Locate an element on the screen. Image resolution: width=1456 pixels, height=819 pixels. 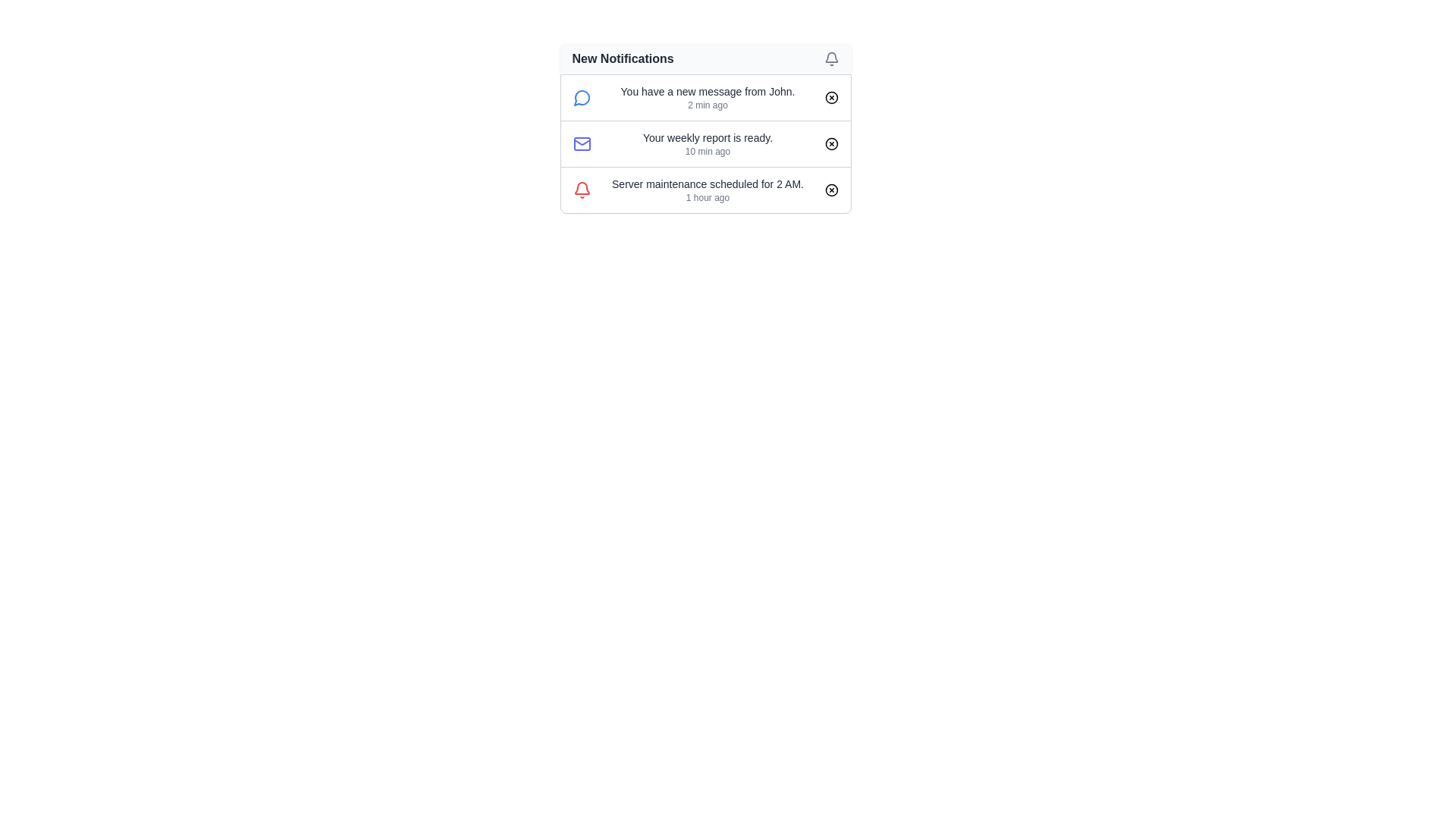
the red bell icon located adjacent to the text 'Server maintenance scheduled for 2 AM.' in the last row of notifications is located at coordinates (581, 189).